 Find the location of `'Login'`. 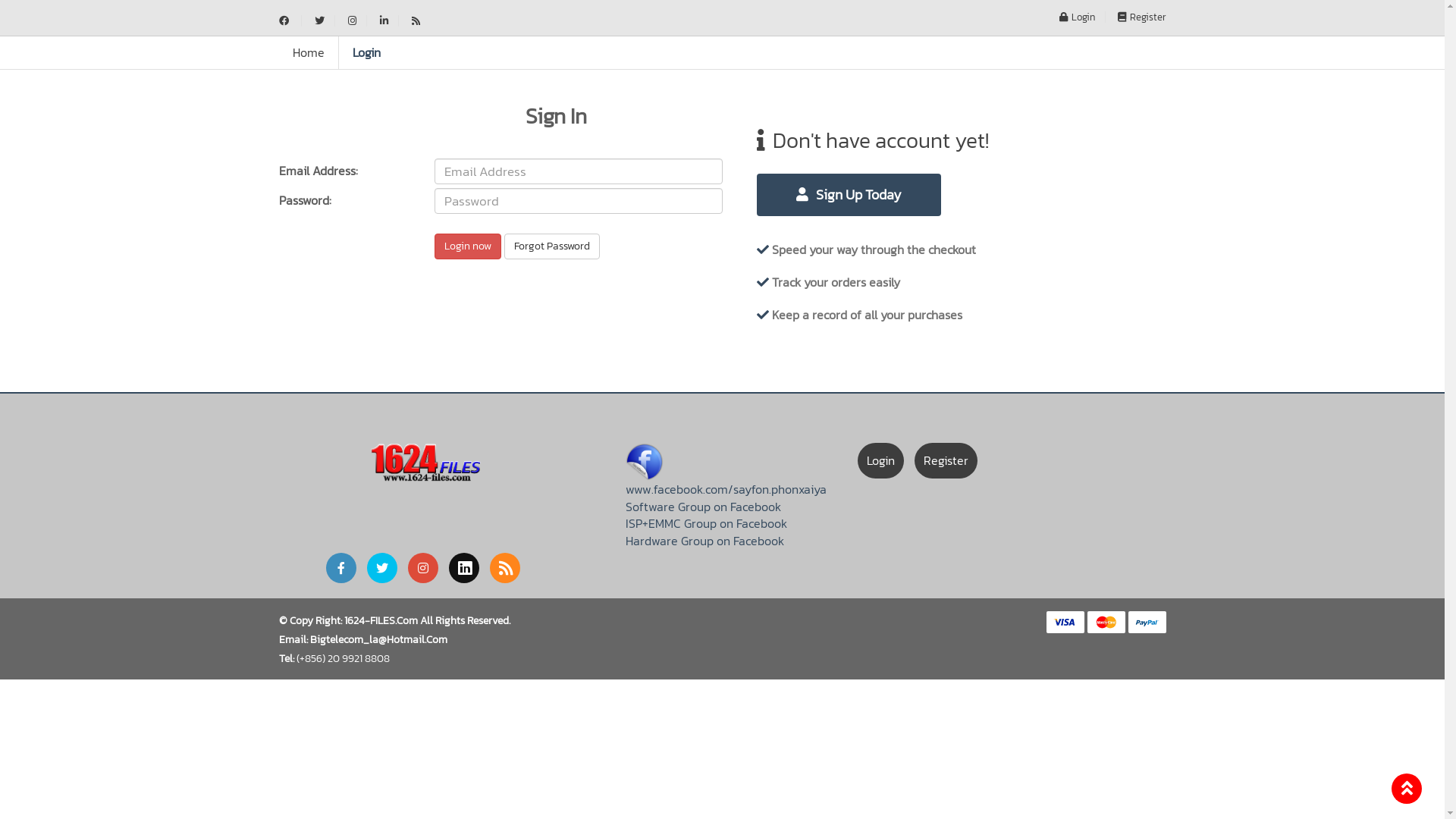

'Login' is located at coordinates (366, 52).